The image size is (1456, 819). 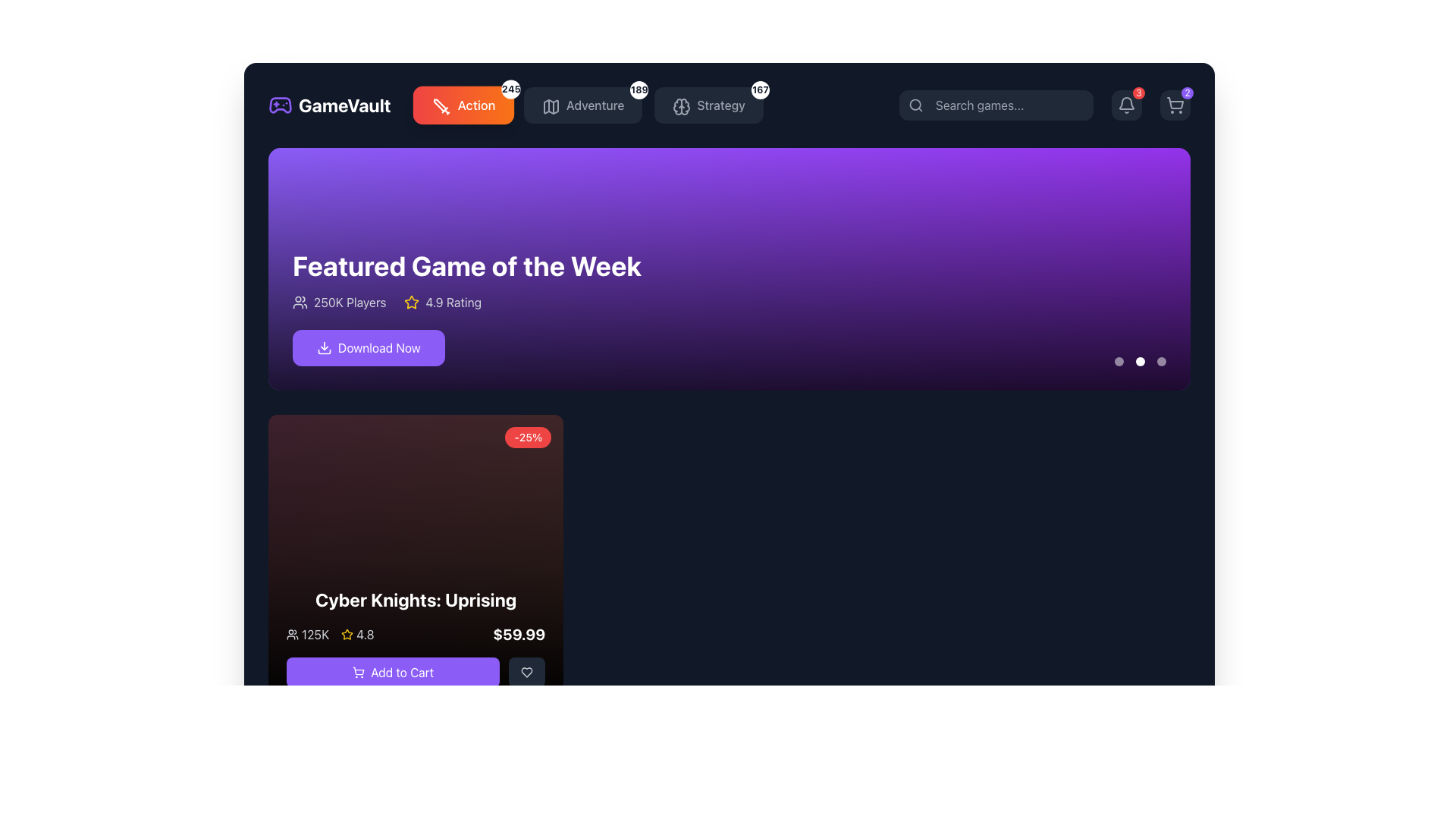 What do you see at coordinates (466, 302) in the screenshot?
I see `information presented in the composite data display component showing '250K Players' and '4.9 Rating' located below the title in the 'Featured Game of the Week' box` at bounding box center [466, 302].